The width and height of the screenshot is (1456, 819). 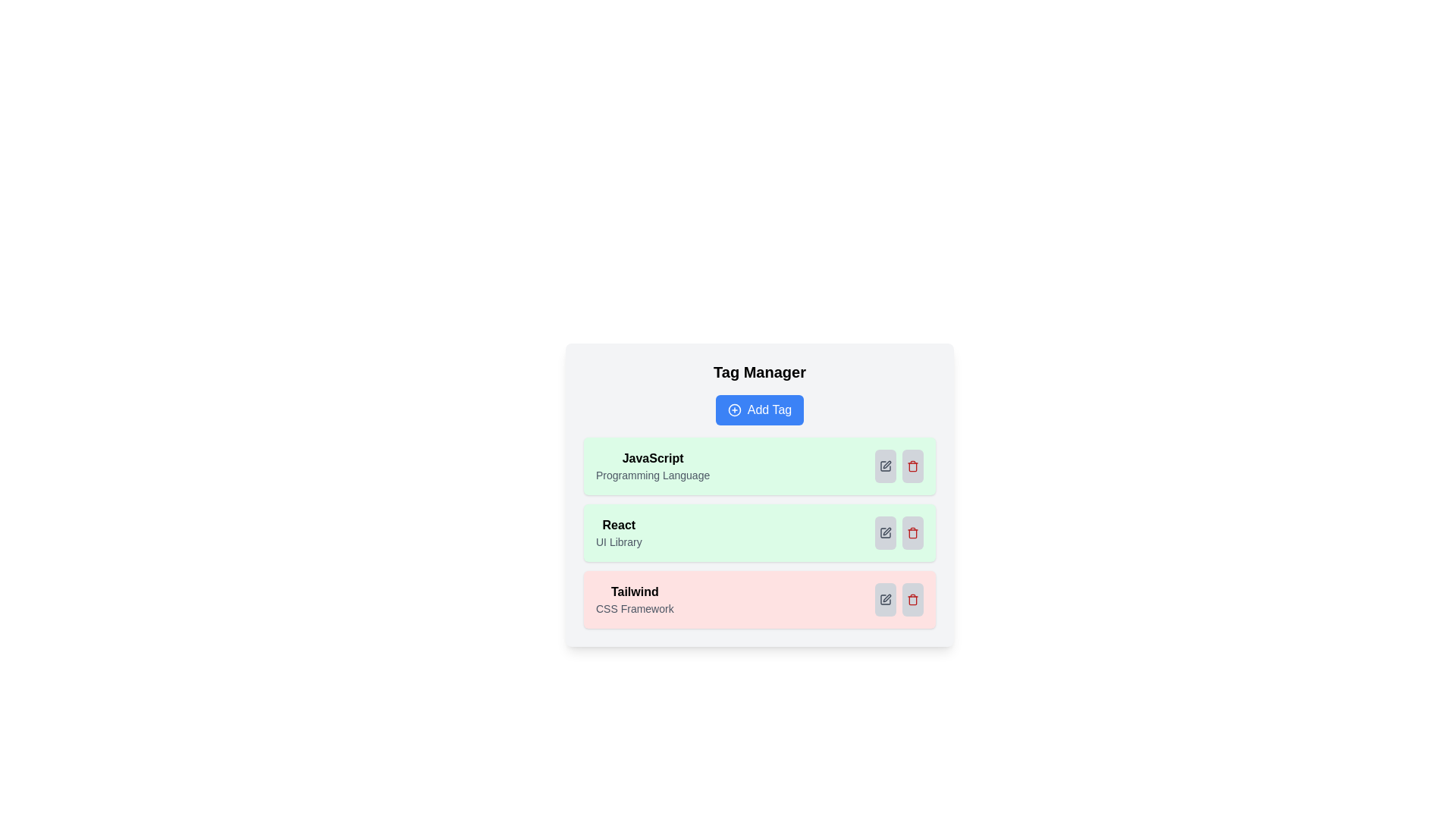 I want to click on the 'Add Tag' button to add a new tag, so click(x=760, y=409).